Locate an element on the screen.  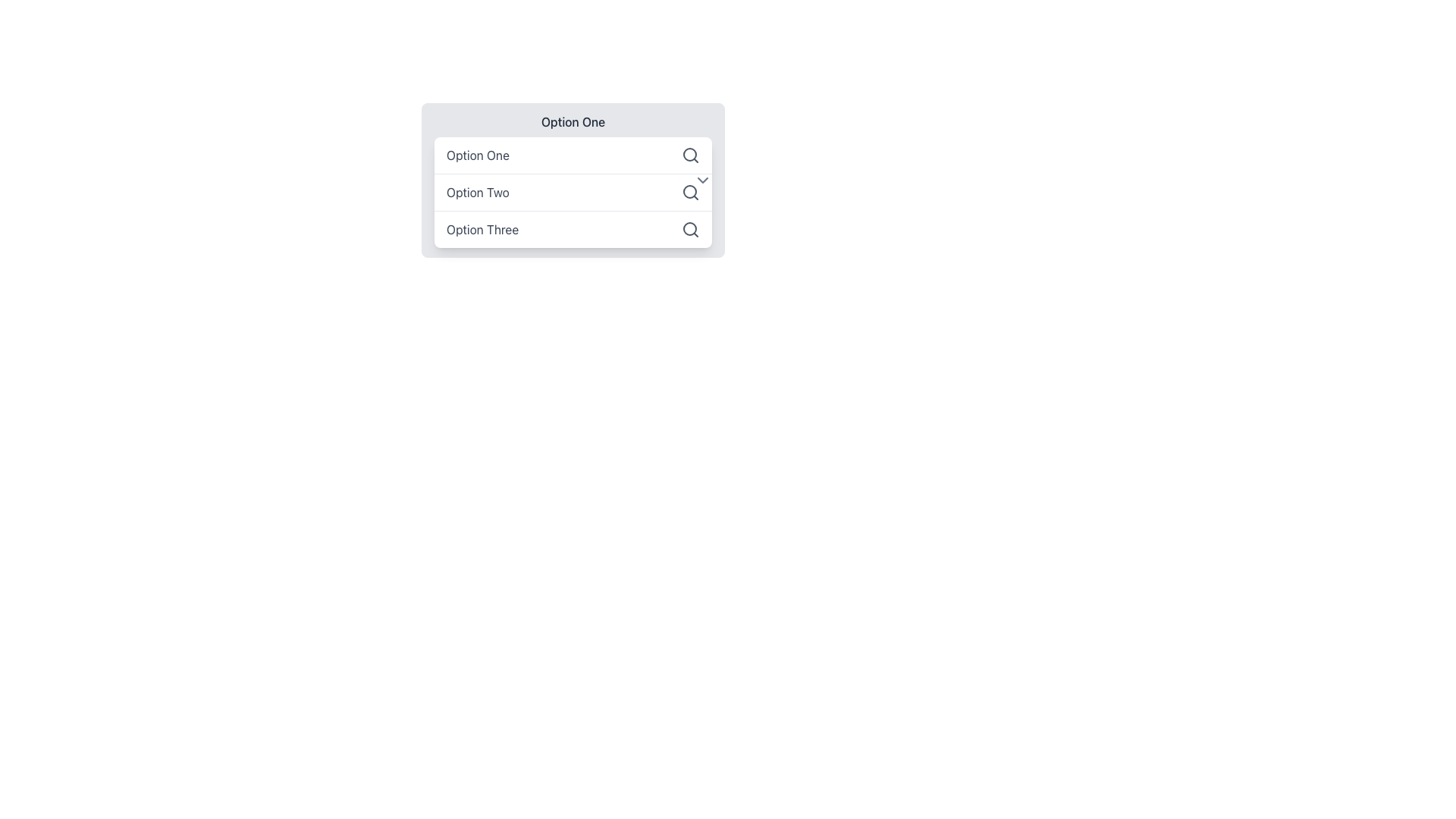
the dropdown menu option located beneath the gray bar labeled 'Option One' is located at coordinates (572, 192).